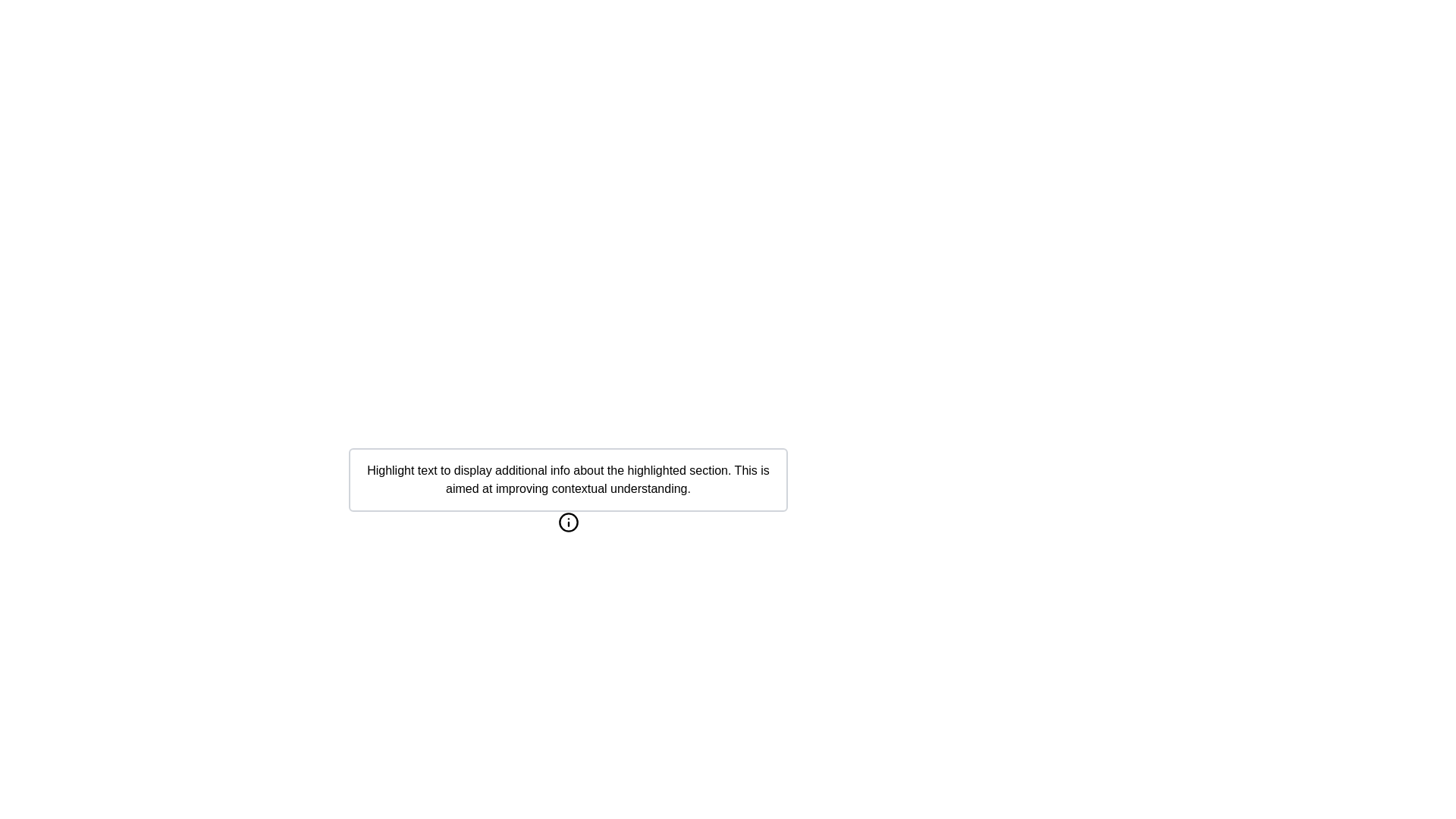 The width and height of the screenshot is (1456, 819). What do you see at coordinates (567, 522) in the screenshot?
I see `the innermost circular component of the 'info' icon, which is centrally placed within its larger circular outline` at bounding box center [567, 522].